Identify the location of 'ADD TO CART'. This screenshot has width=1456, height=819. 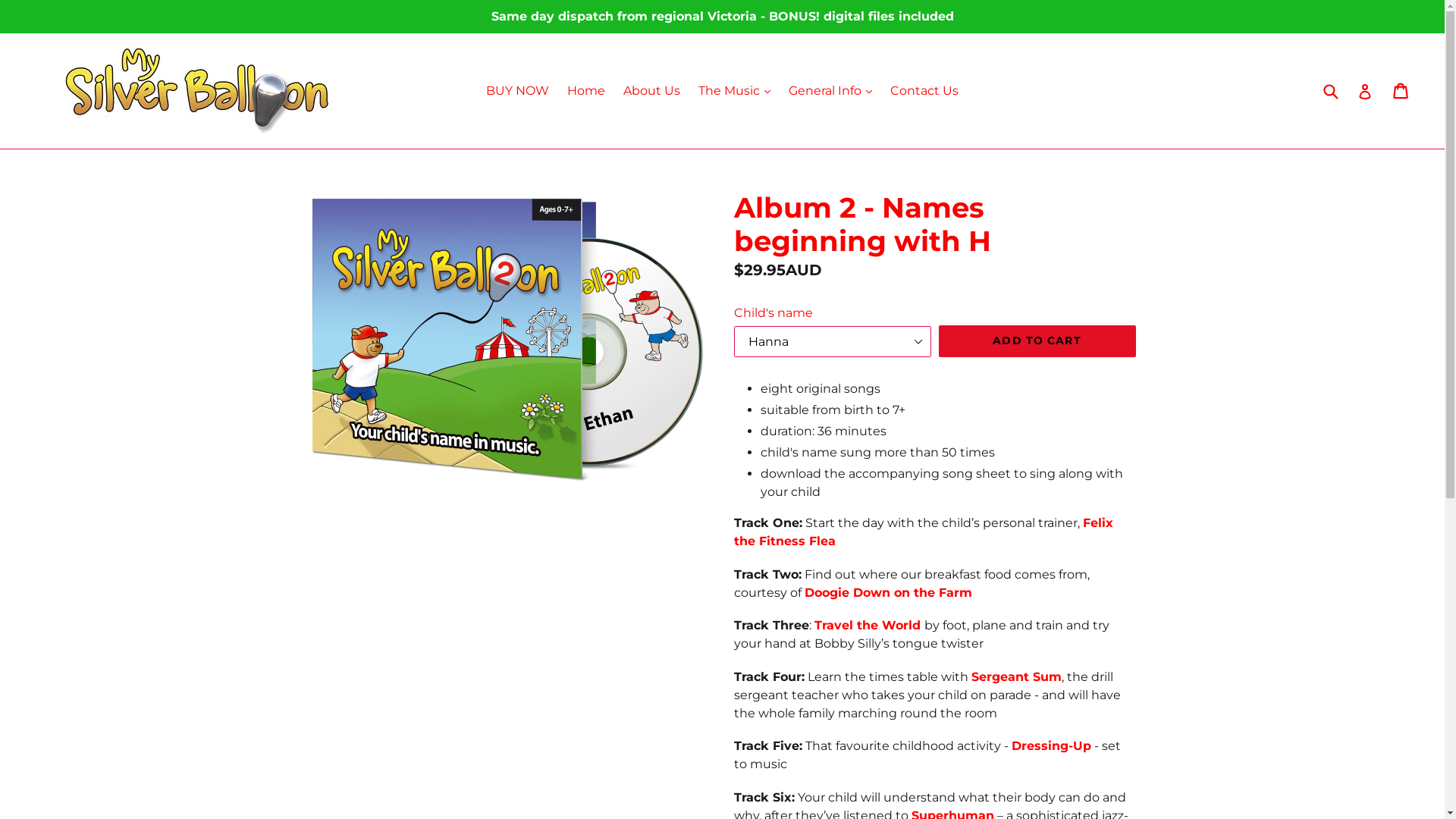
(1037, 341).